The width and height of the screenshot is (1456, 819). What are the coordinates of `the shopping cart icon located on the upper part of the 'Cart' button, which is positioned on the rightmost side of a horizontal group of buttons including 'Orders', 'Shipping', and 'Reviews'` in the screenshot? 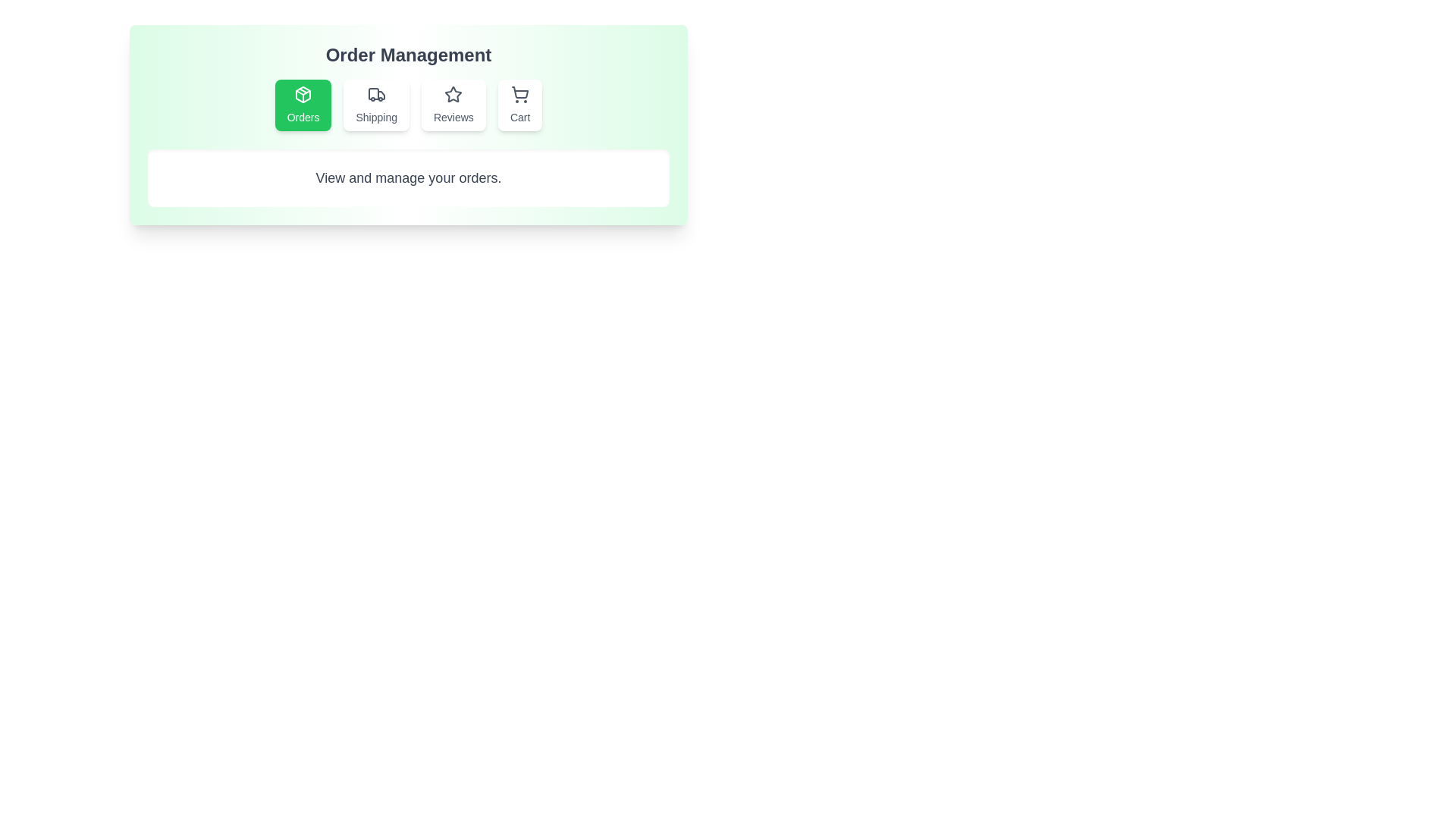 It's located at (520, 94).